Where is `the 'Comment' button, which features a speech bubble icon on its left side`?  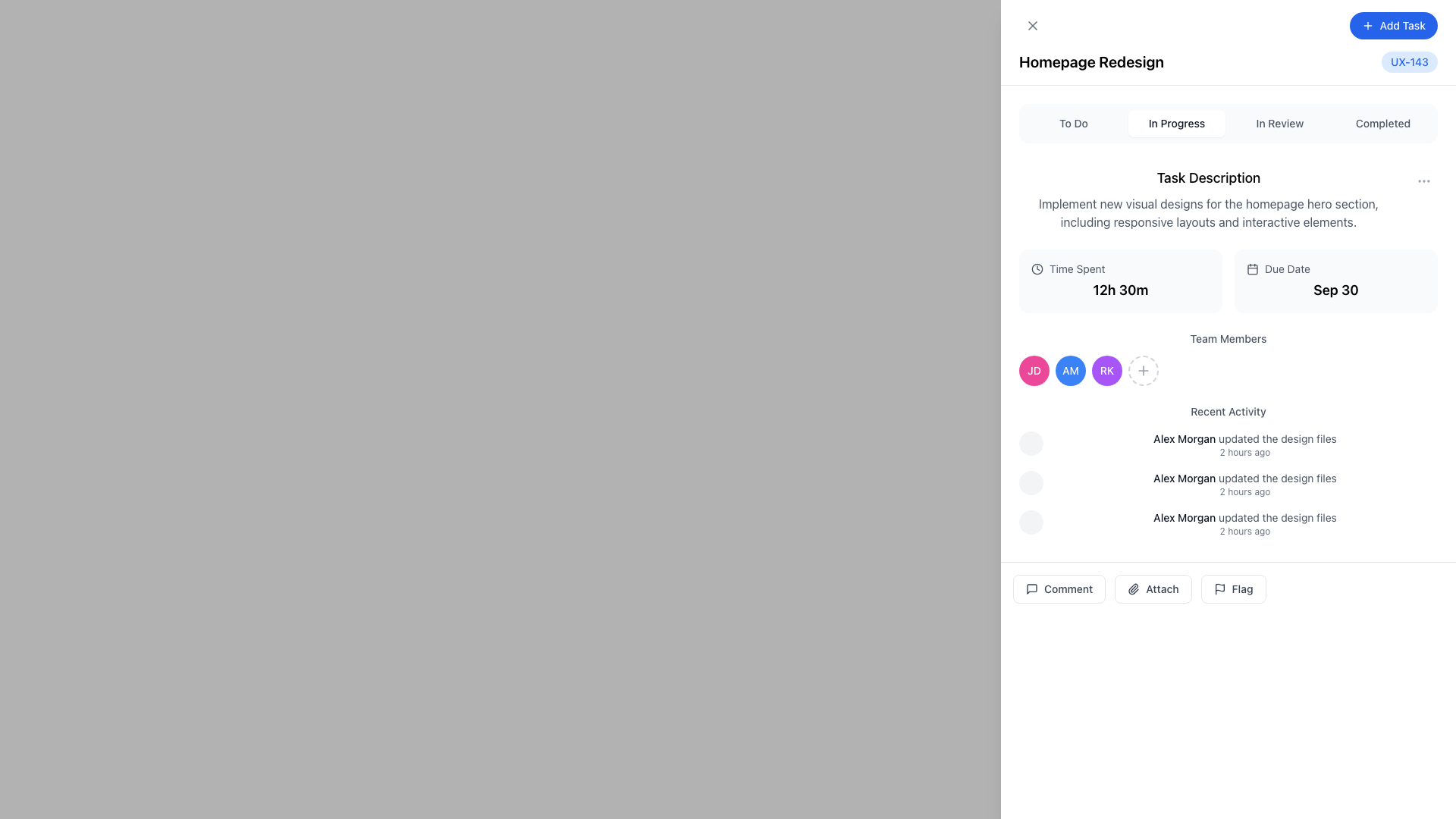
the 'Comment' button, which features a speech bubble icon on its left side is located at coordinates (1031, 588).